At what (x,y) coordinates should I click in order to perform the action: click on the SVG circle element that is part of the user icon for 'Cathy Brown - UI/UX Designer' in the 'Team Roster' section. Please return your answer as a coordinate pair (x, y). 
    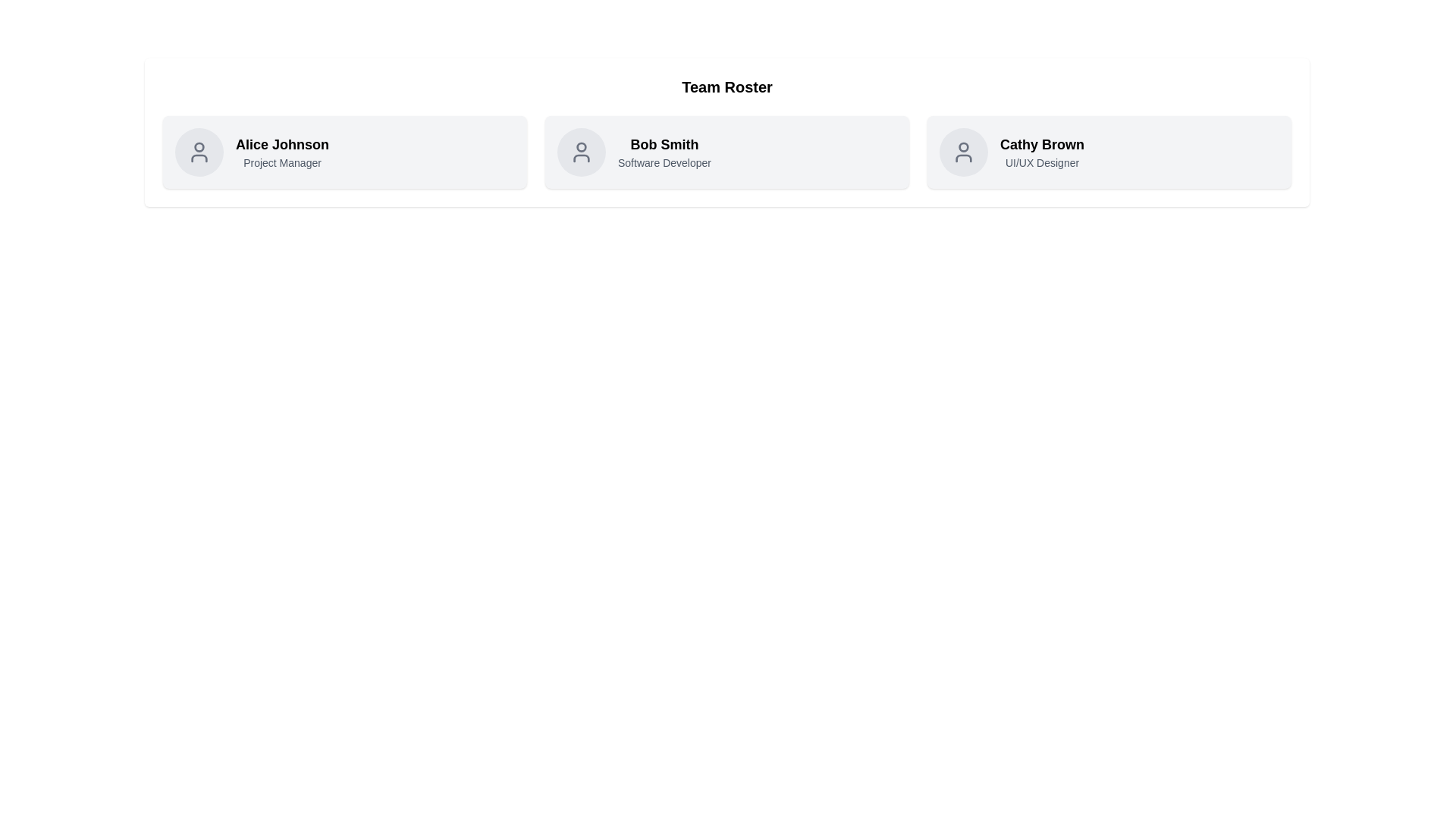
    Looking at the image, I should click on (963, 146).